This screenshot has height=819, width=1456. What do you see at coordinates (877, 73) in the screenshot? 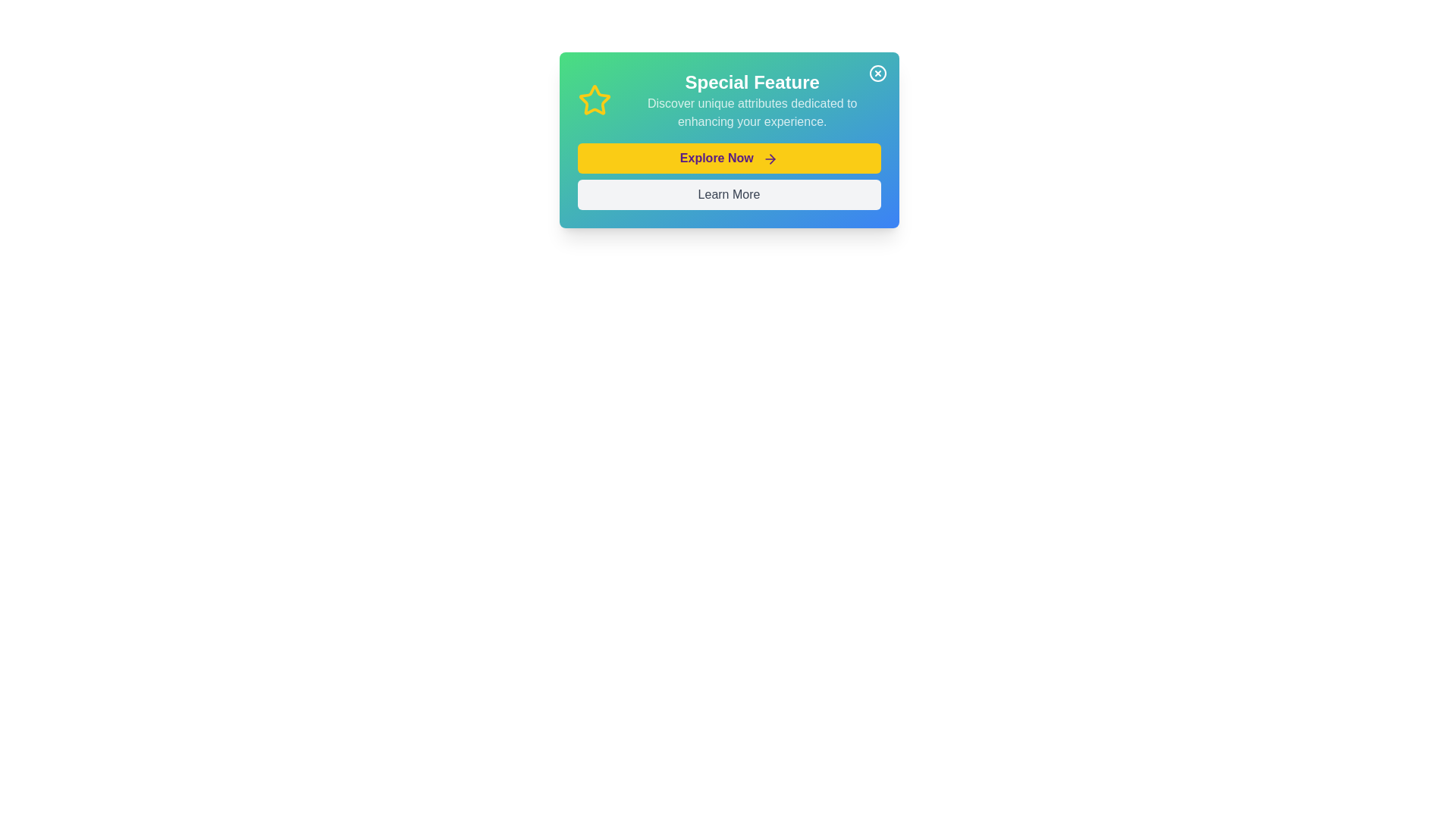
I see `the circular Iconic element located in the top-right corner of the card, which is styled with a thin border and is part of a close button or related icon` at bounding box center [877, 73].